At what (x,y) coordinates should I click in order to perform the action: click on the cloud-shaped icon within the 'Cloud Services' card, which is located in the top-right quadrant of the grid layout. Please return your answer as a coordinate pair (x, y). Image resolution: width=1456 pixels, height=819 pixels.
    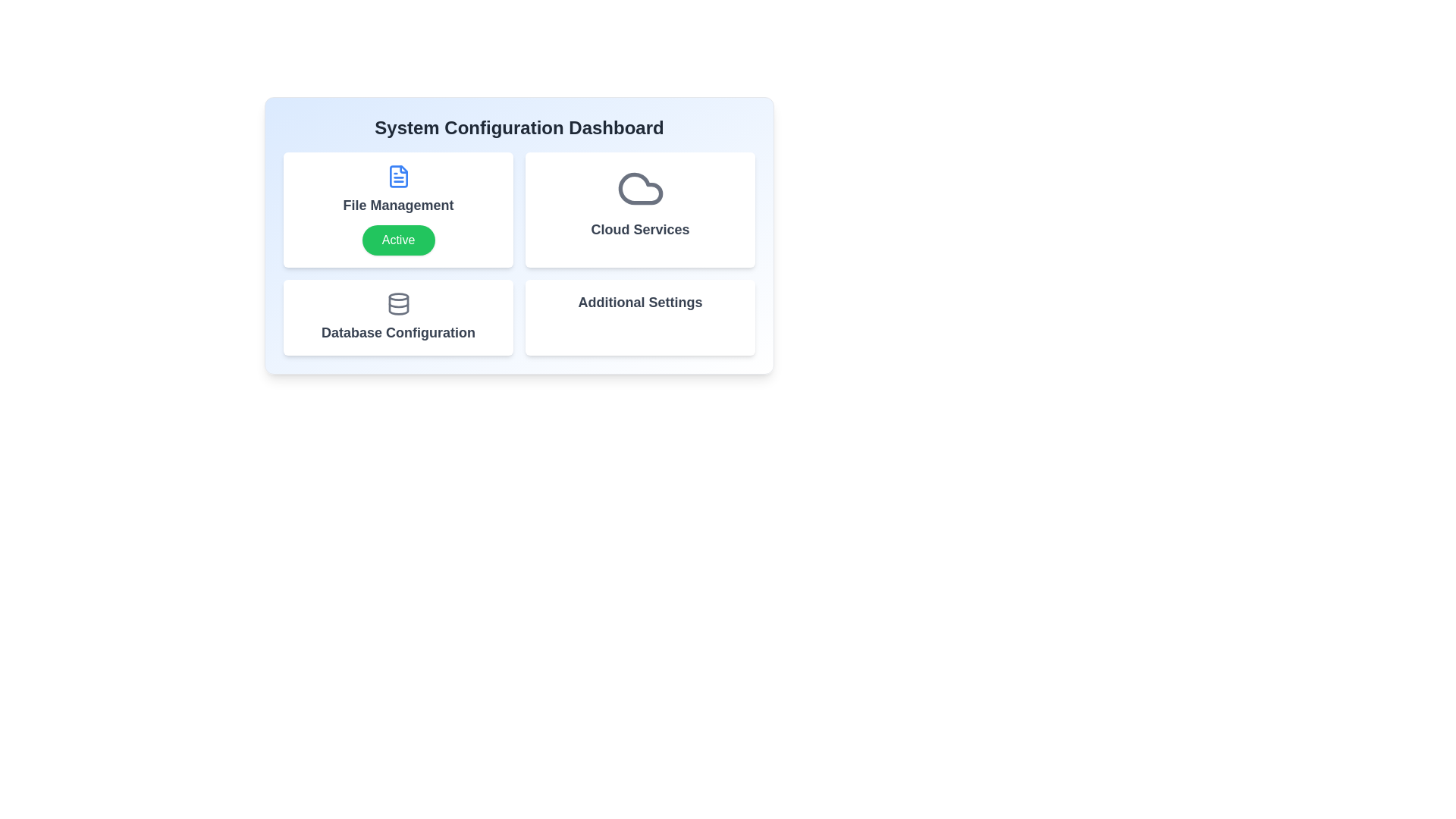
    Looking at the image, I should click on (640, 188).